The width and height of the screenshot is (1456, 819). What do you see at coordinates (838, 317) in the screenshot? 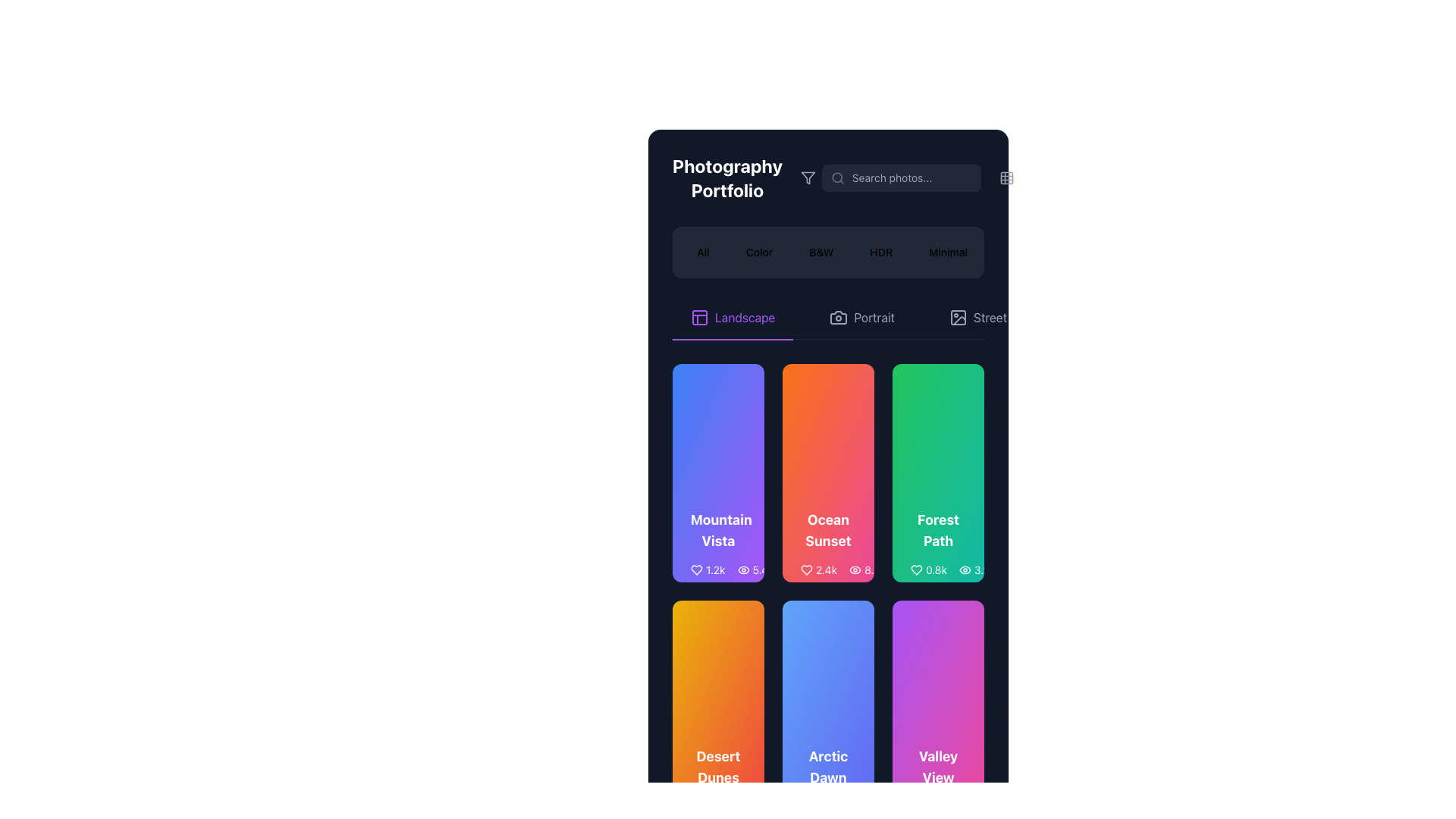
I see `the 'Portrait' category icon located in the navigation bar` at bounding box center [838, 317].